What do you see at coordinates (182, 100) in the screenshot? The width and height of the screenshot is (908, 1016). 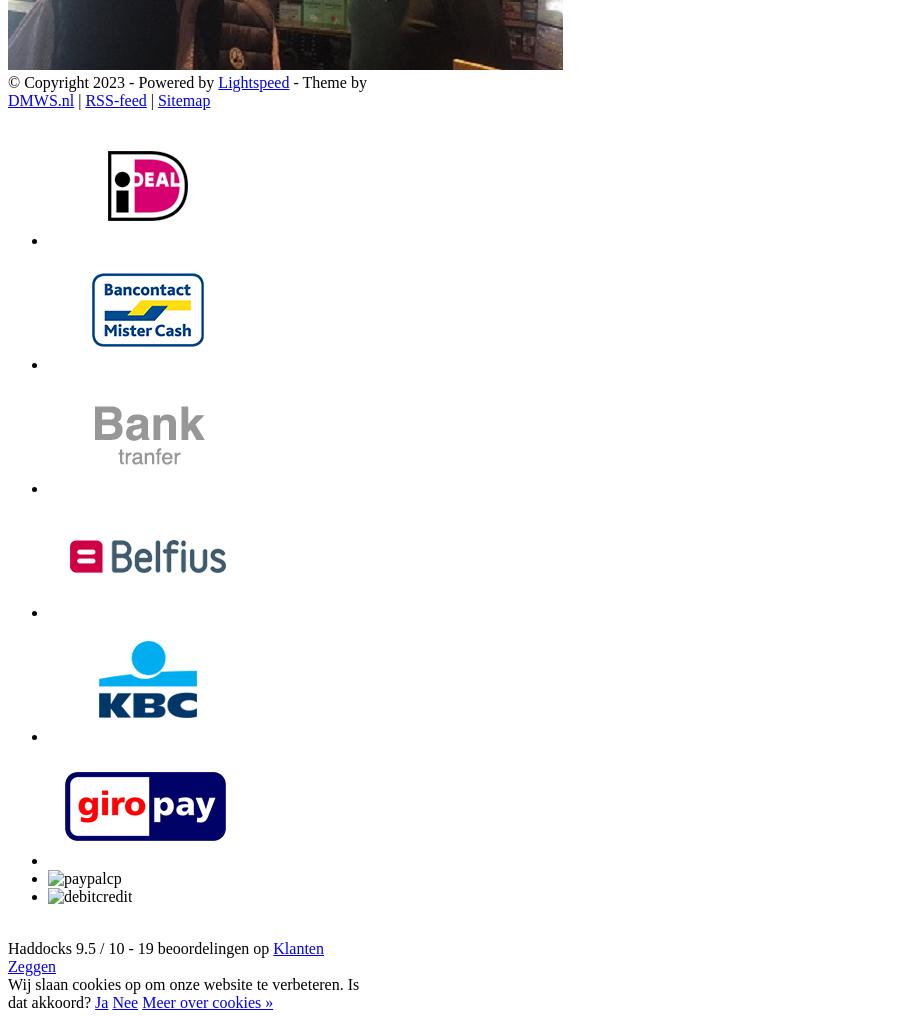 I see `'Sitemap'` at bounding box center [182, 100].